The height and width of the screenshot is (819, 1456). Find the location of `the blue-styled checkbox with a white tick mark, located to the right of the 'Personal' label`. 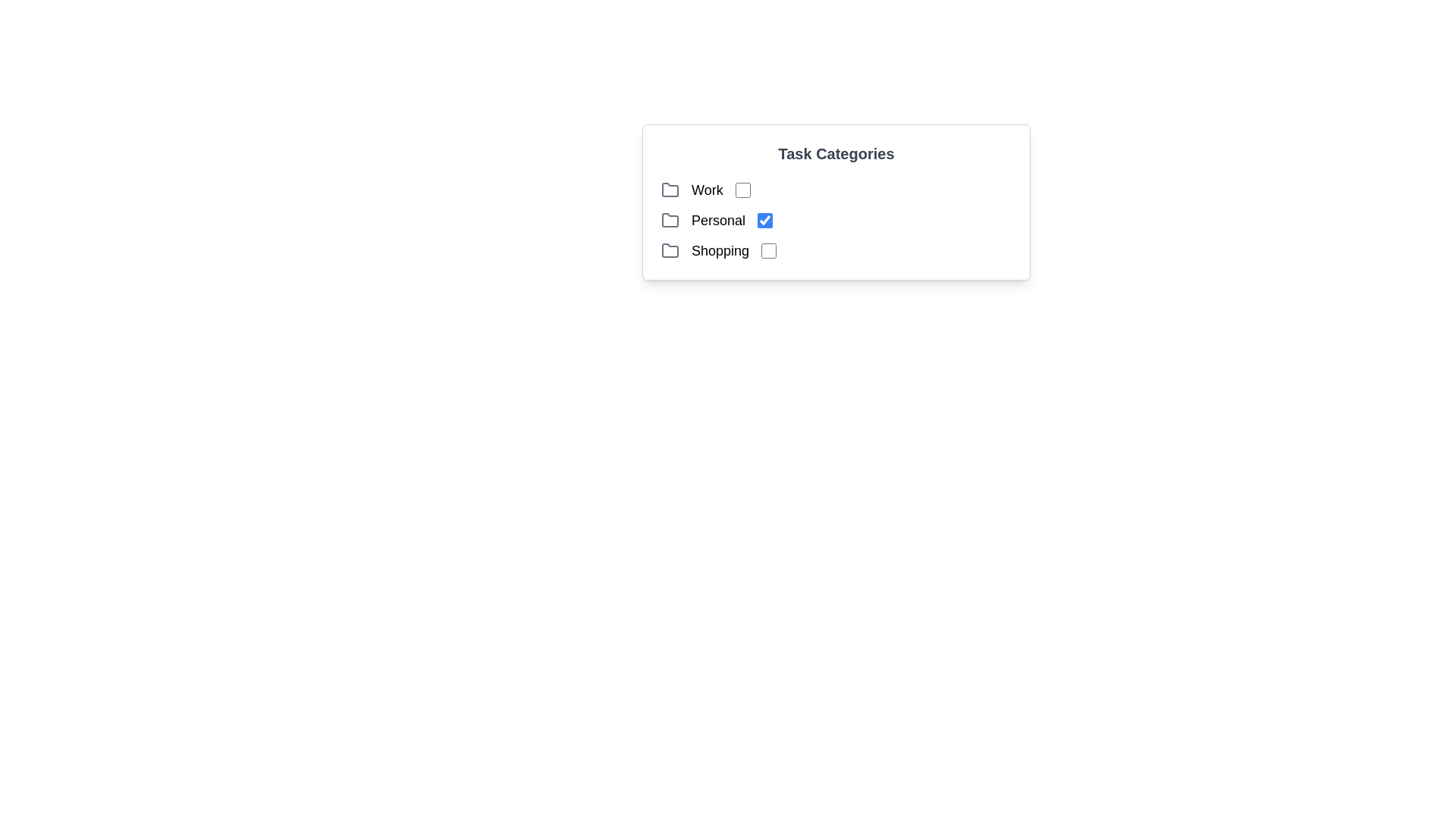

the blue-styled checkbox with a white tick mark, located to the right of the 'Personal' label is located at coordinates (764, 220).